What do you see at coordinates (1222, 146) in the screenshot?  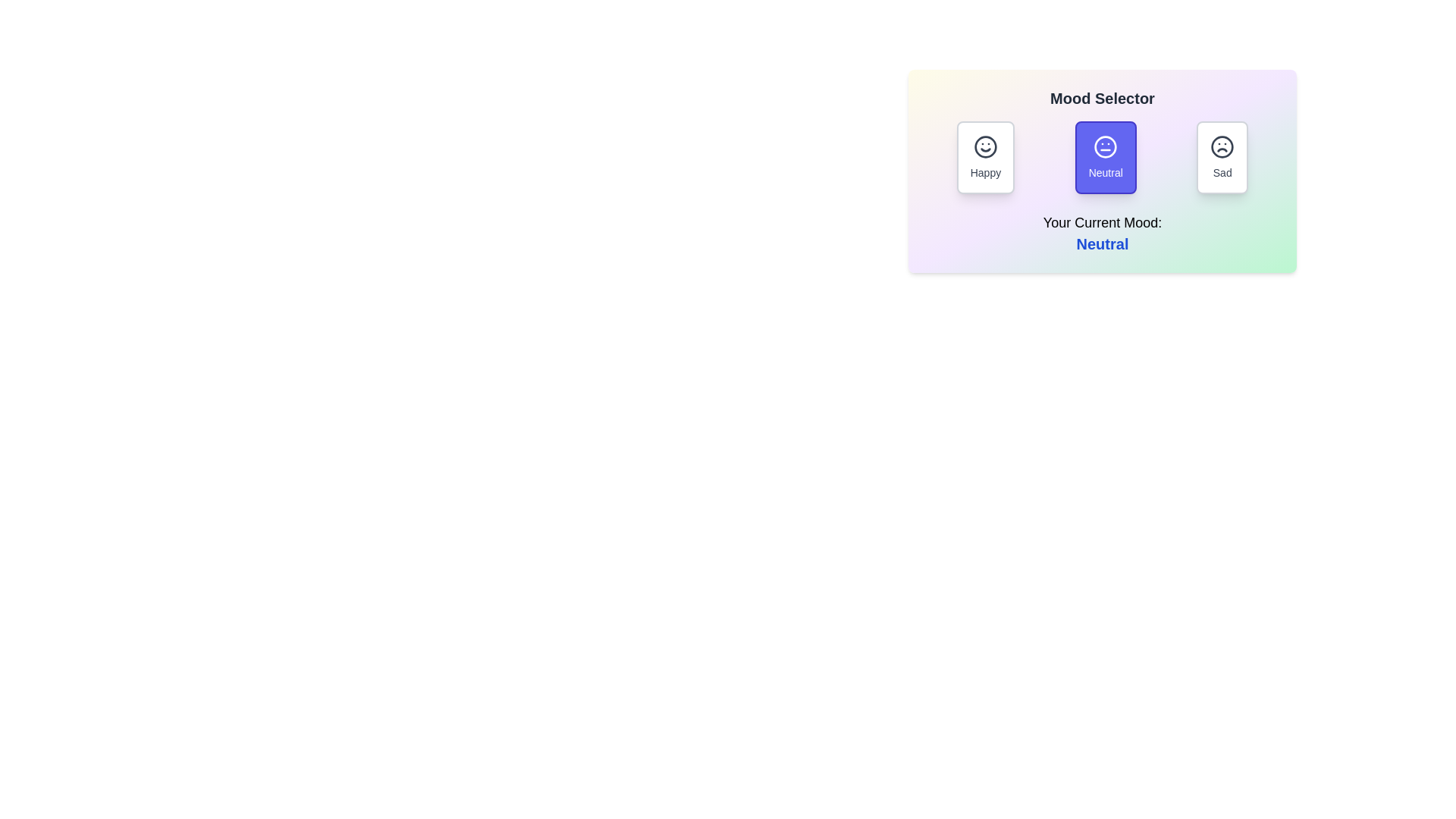 I see `the circular vector graphic component that is part of the sad mood icon, located as the rightmost icon in the Mood Selector section` at bounding box center [1222, 146].